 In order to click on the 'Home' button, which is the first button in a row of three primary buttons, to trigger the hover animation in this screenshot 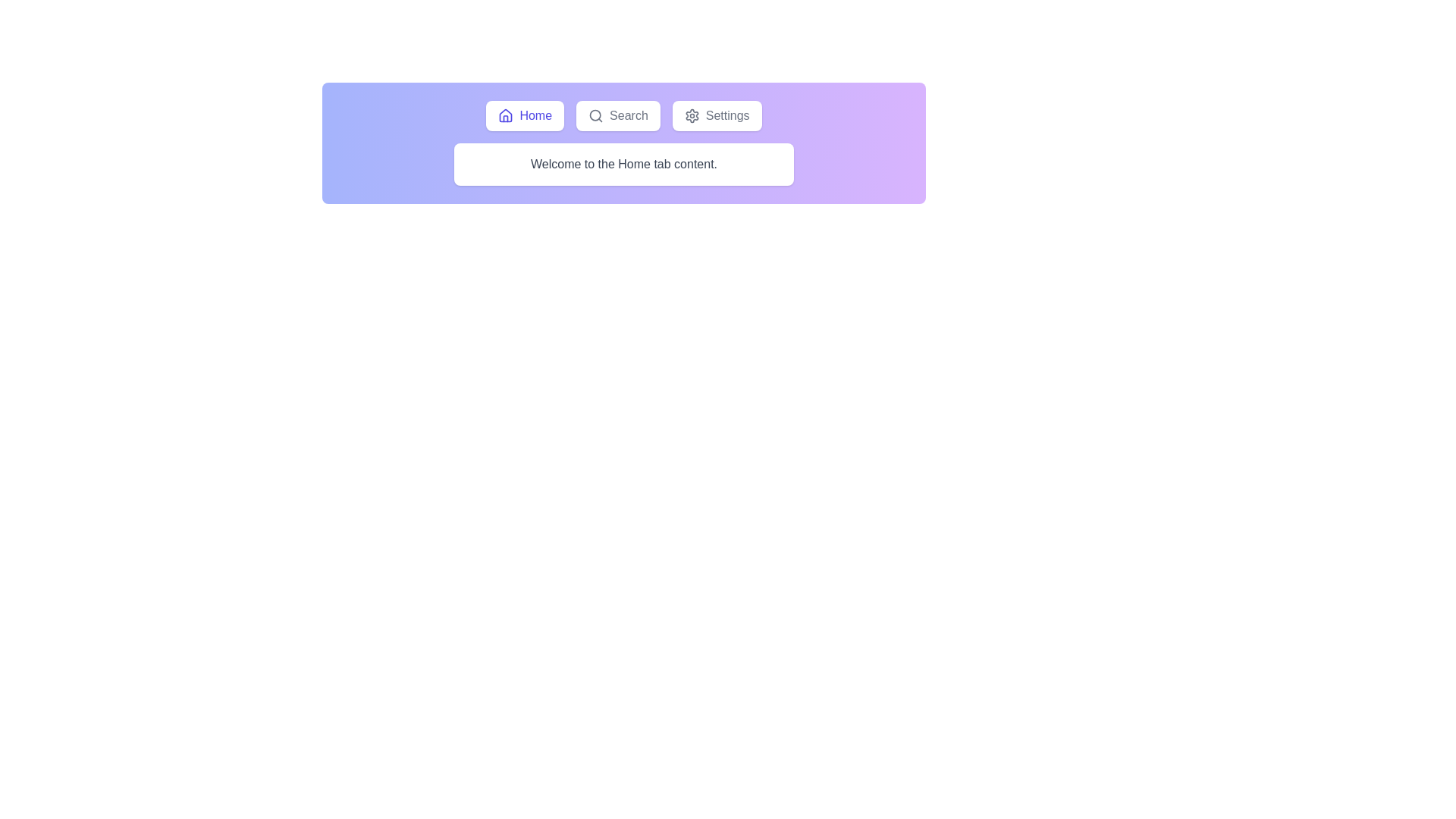, I will do `click(525, 115)`.